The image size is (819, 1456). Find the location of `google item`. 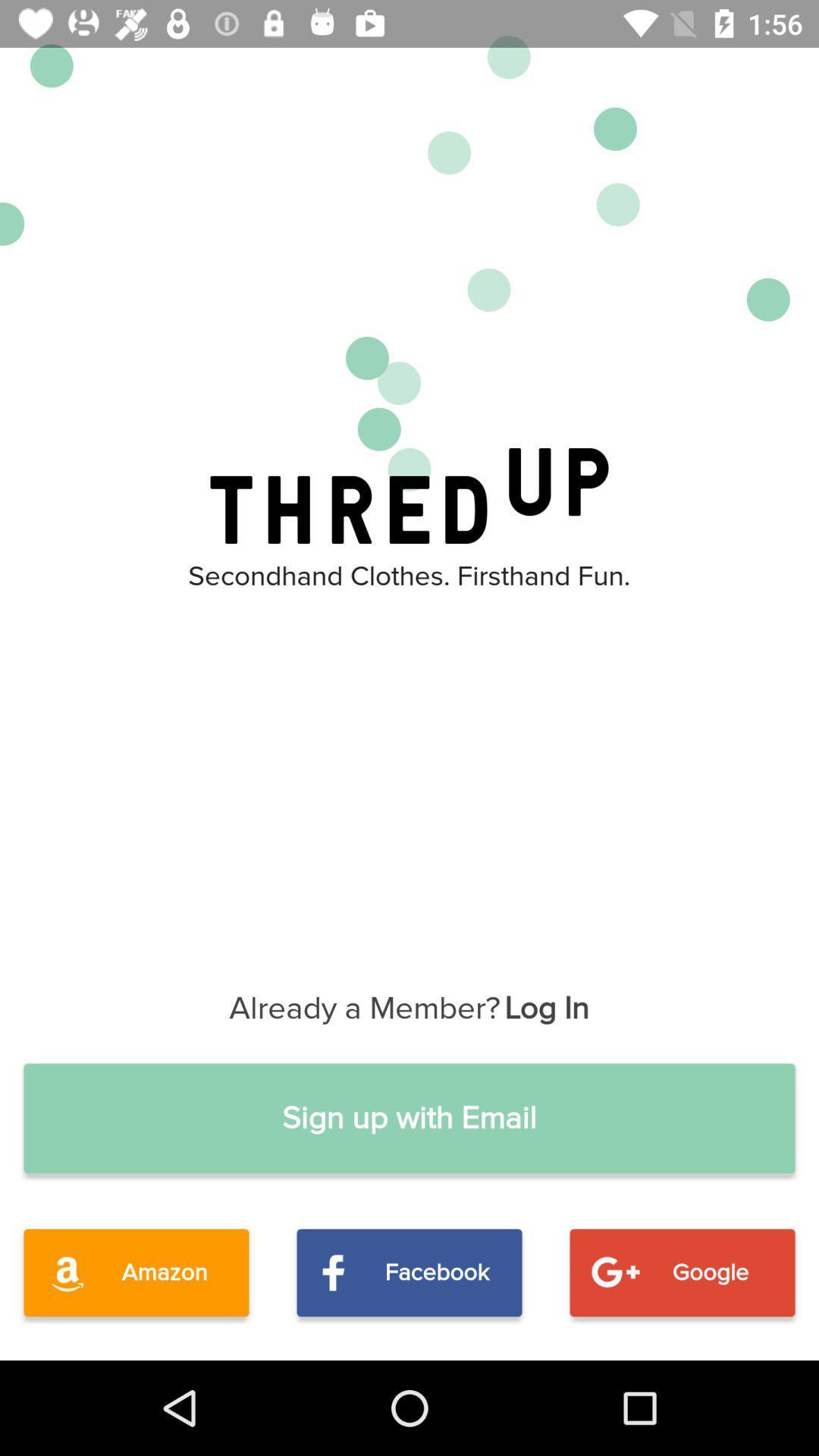

google item is located at coordinates (681, 1272).